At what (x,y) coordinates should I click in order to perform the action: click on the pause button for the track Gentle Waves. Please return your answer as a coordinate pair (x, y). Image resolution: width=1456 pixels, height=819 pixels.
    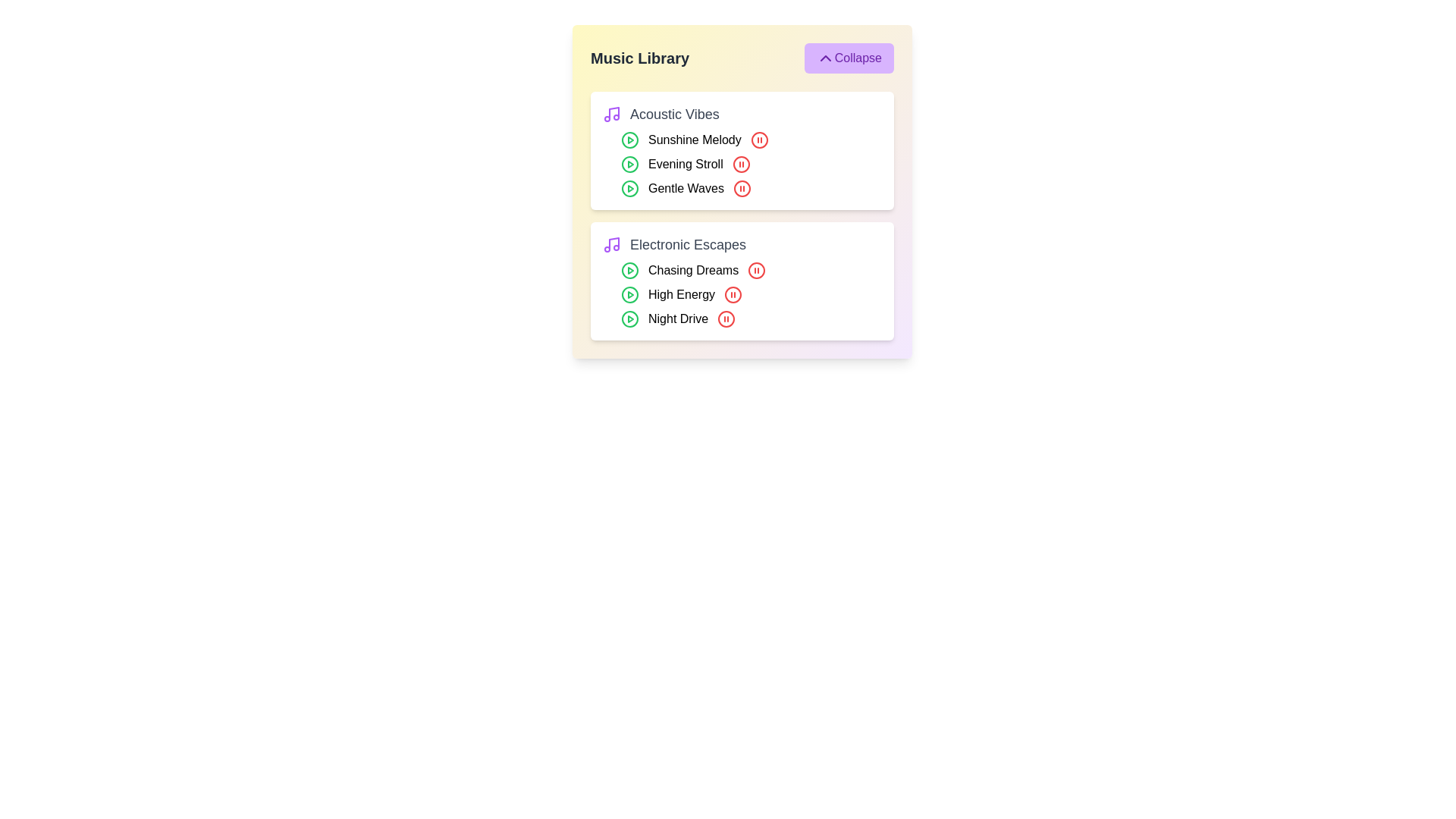
    Looking at the image, I should click on (742, 188).